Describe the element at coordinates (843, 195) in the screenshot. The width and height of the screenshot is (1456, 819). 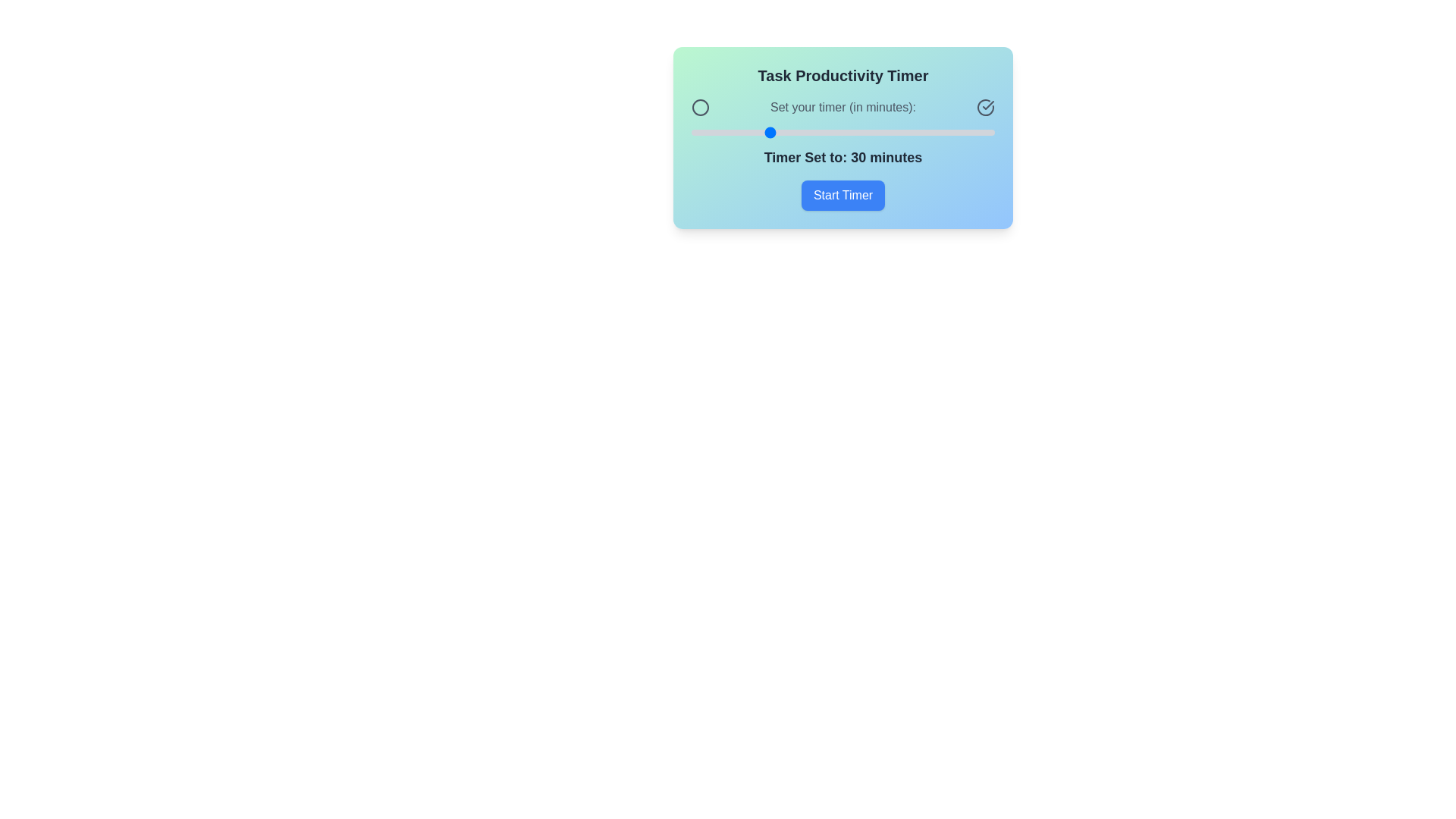
I see `the 'Start Timer' button to initiate the timer` at that location.